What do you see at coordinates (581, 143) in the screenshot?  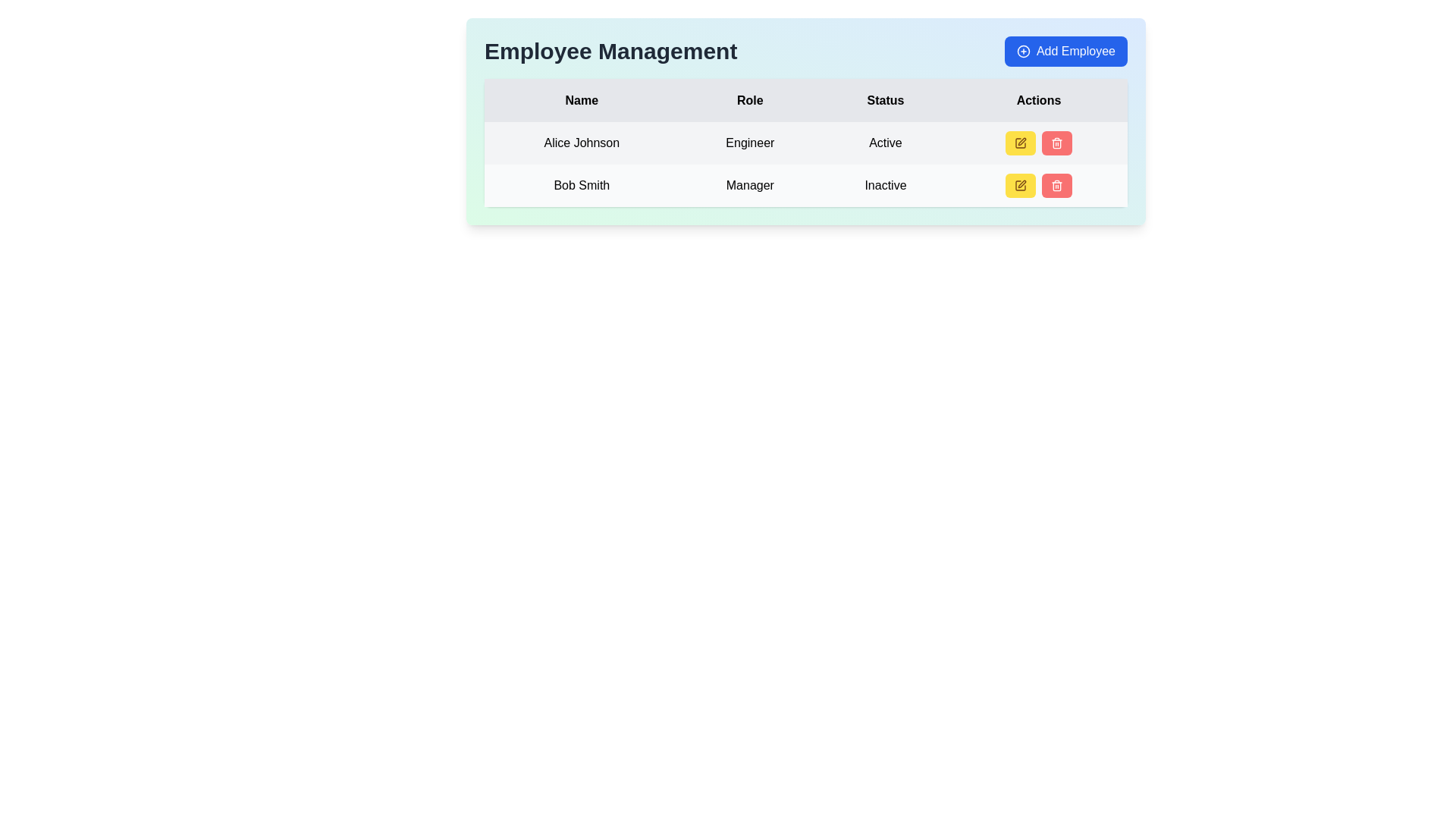 I see `the text label displaying 'Alice Johnson' in the first row of the employee management table under the 'Name' column` at bounding box center [581, 143].